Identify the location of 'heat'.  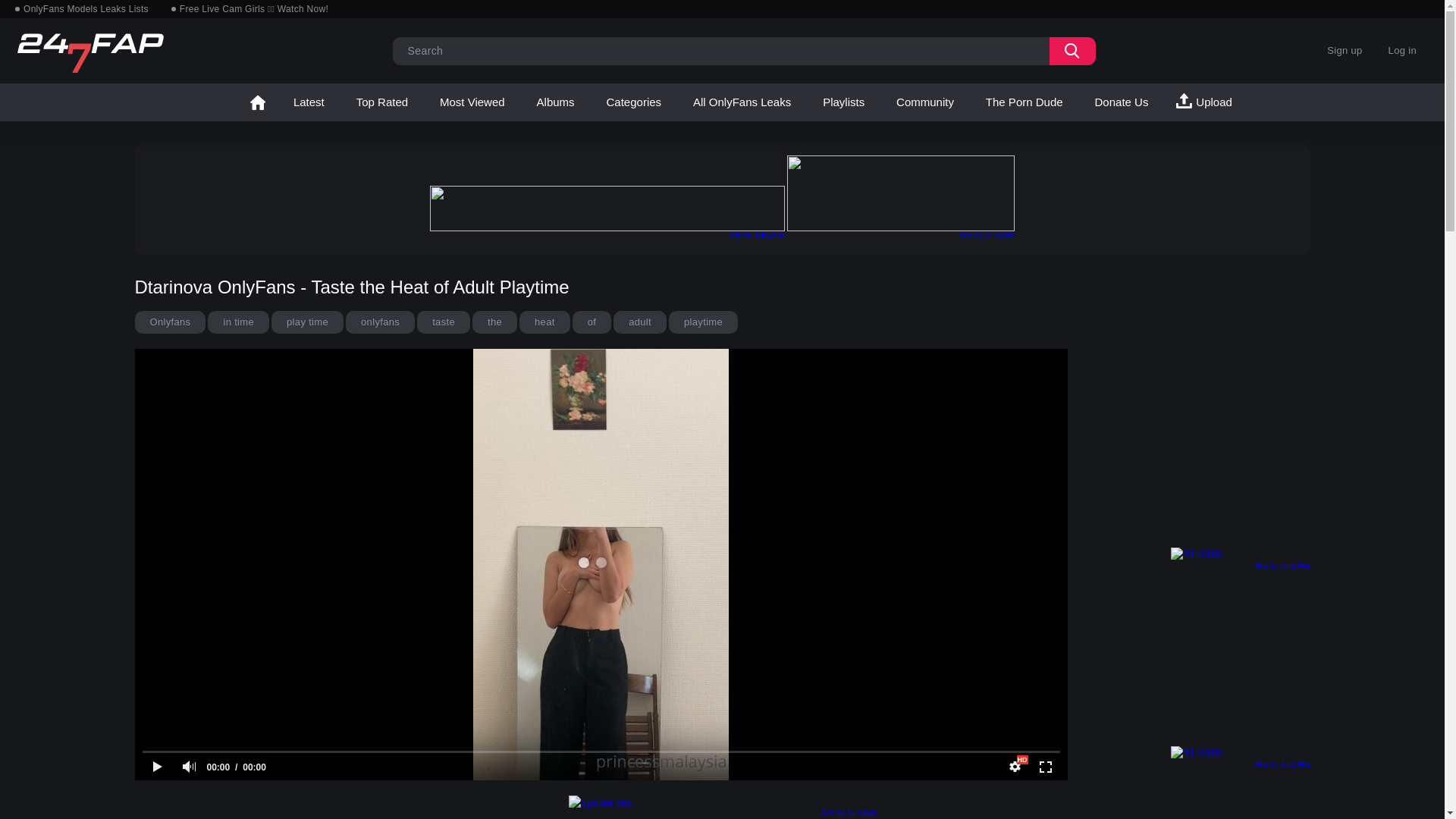
(519, 321).